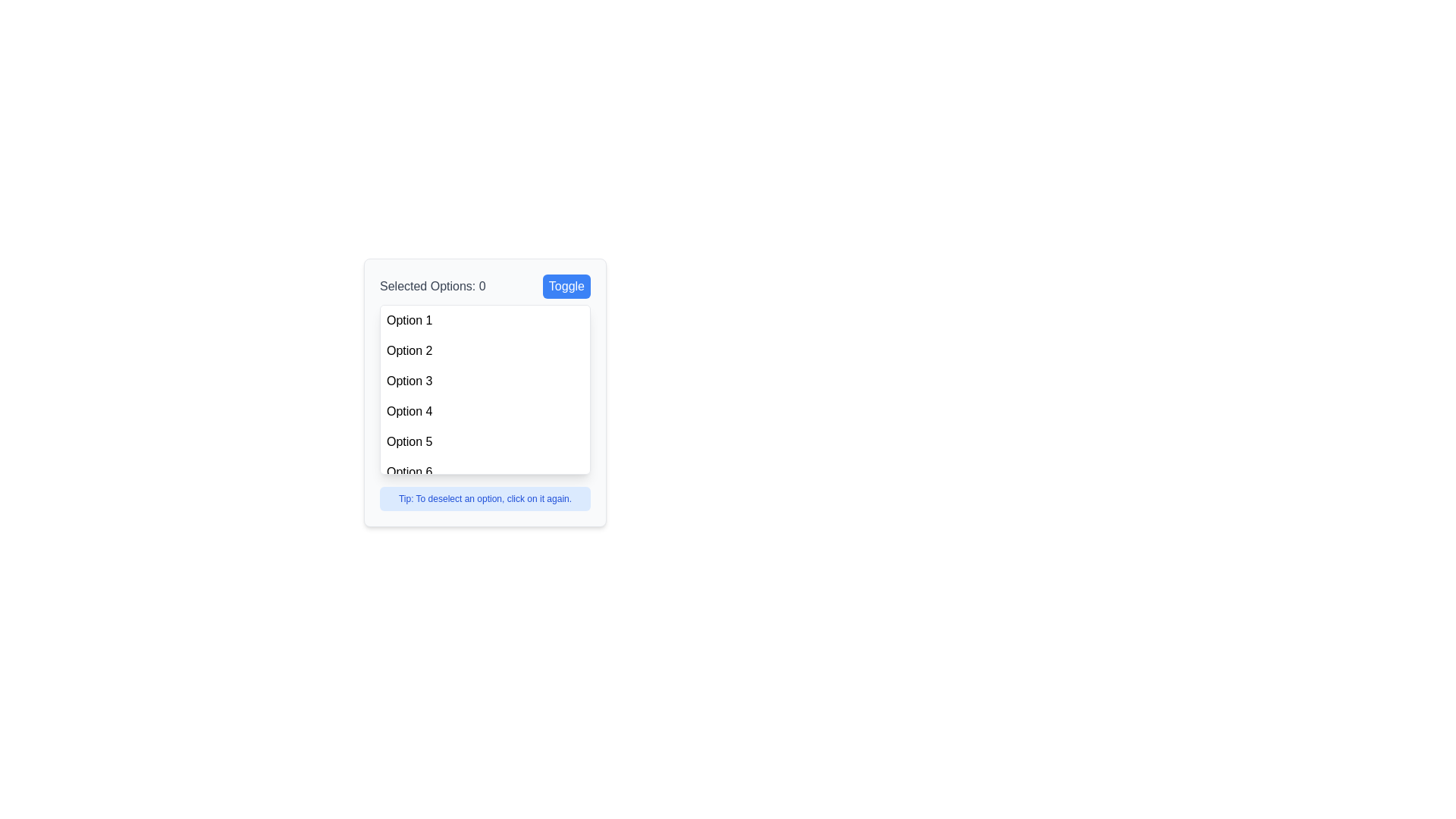 This screenshot has width=1456, height=819. Describe the element at coordinates (484, 350) in the screenshot. I see `the second item in the dropdown menu` at that location.